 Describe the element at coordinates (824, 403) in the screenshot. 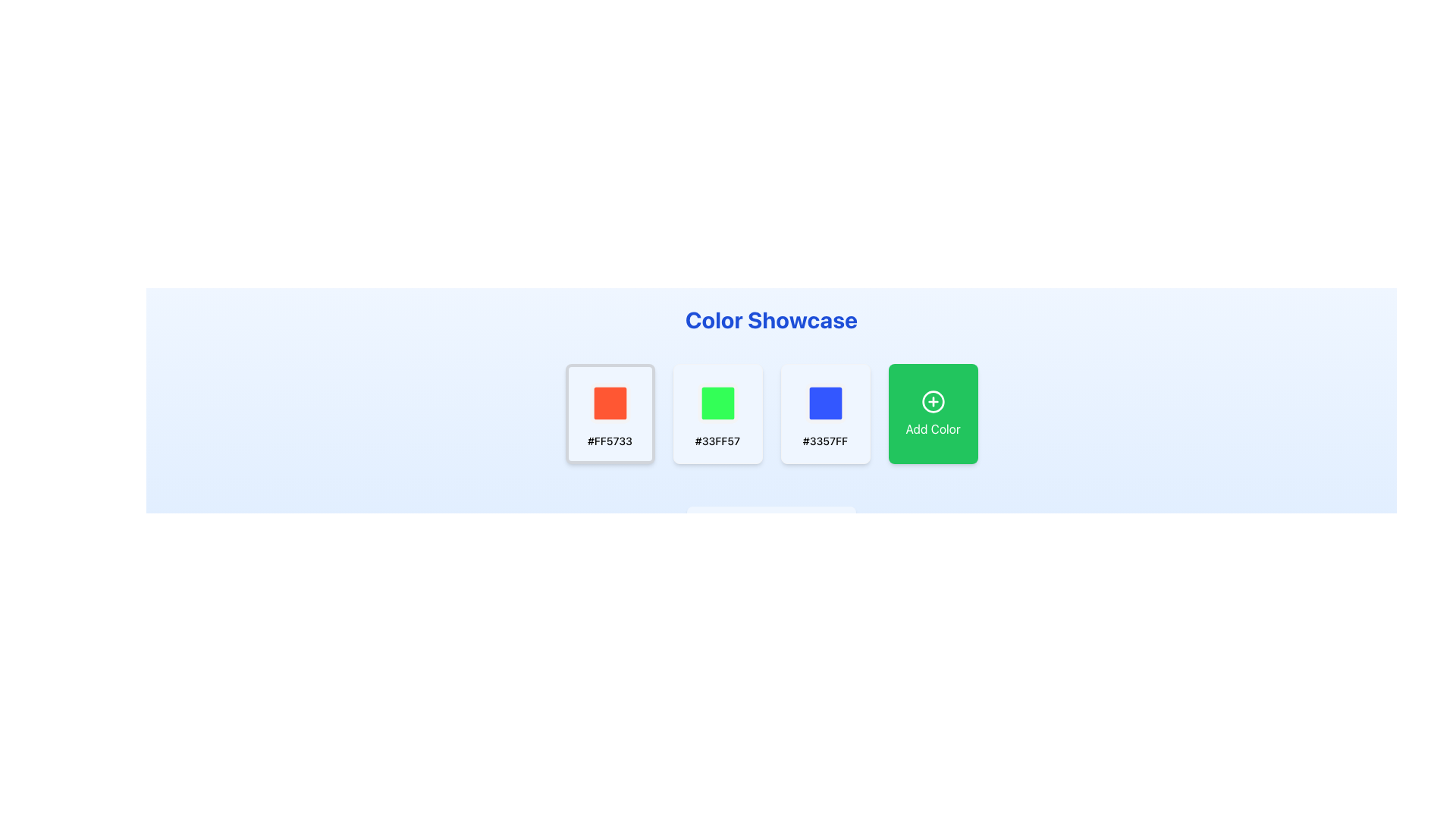

I see `the vibrant blue square color preview element located centrally within the 'Color Showcase' section` at that location.